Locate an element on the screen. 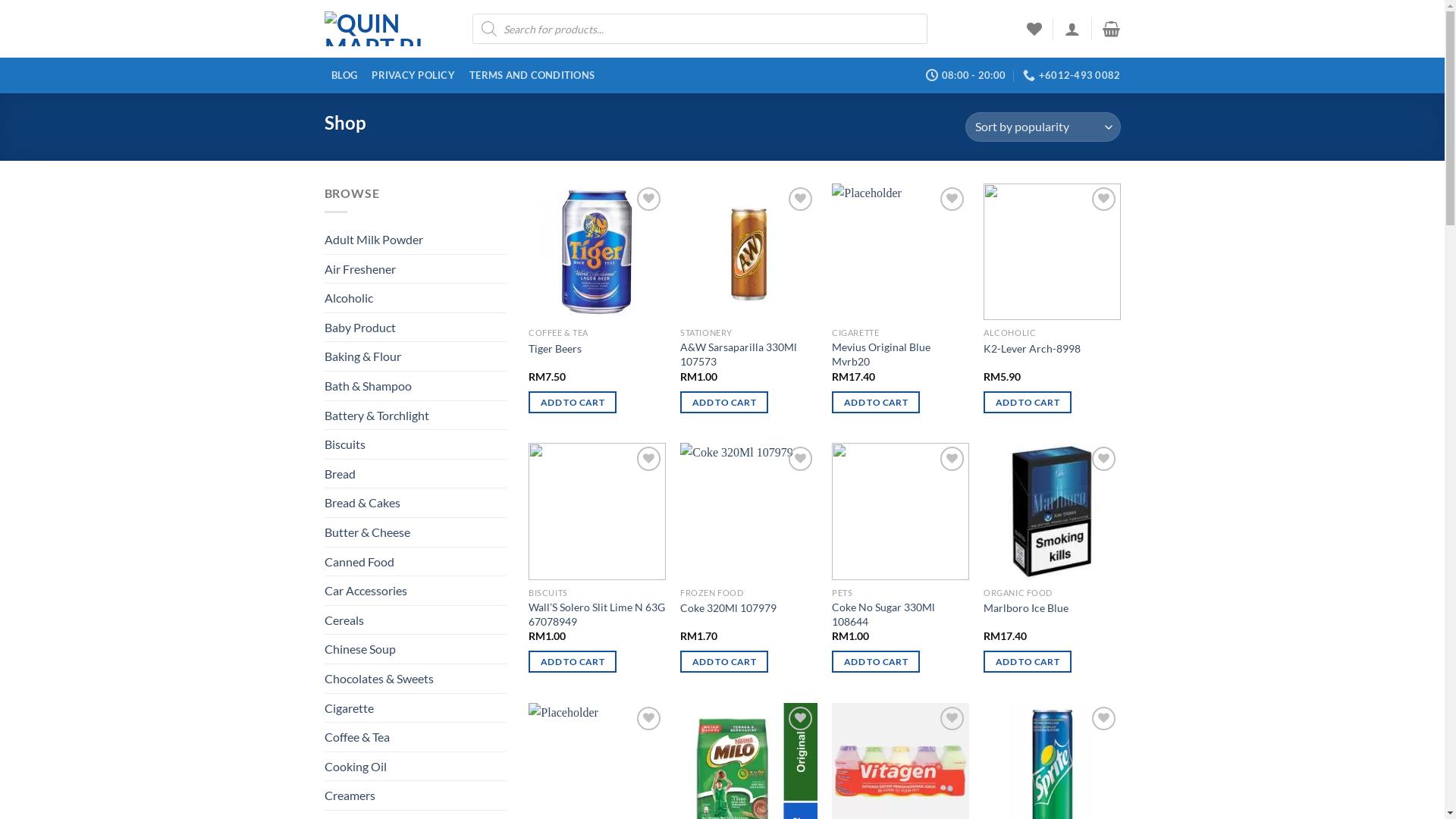  'Baking & Flour' is located at coordinates (415, 356).